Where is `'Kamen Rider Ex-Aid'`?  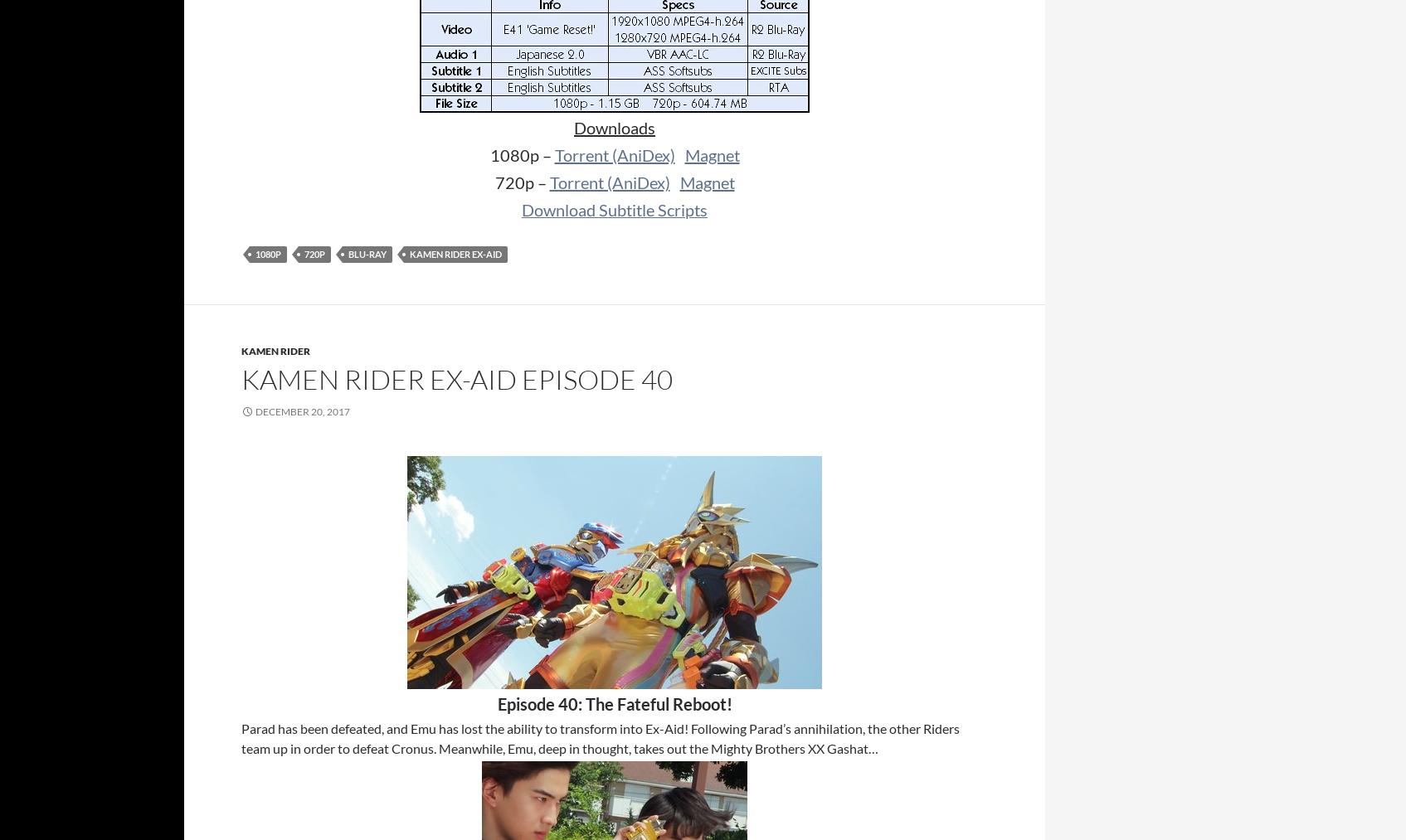
'Kamen Rider Ex-Aid' is located at coordinates (455, 254).